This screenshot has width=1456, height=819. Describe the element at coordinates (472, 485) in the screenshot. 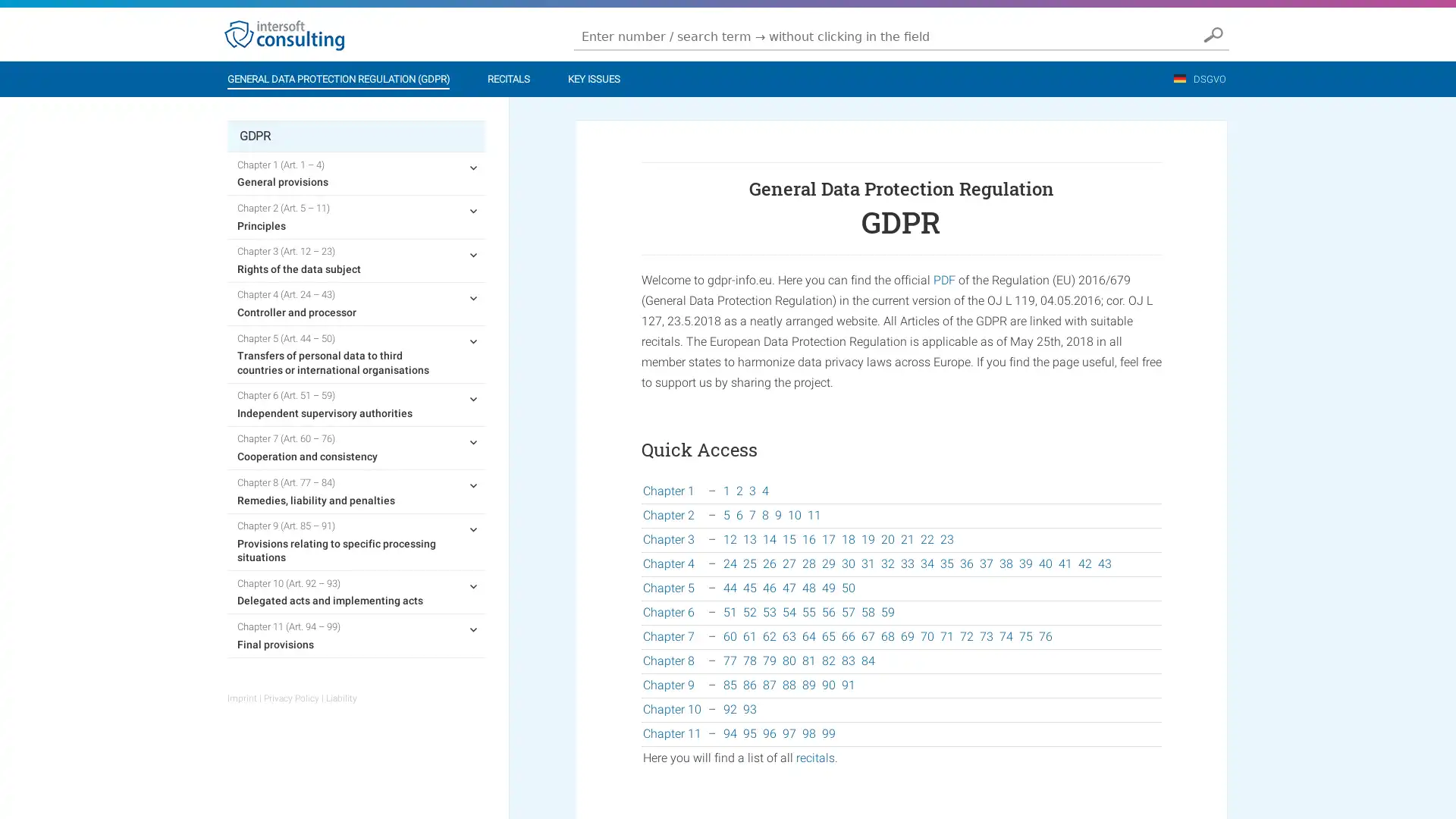

I see `expand child menu` at that location.